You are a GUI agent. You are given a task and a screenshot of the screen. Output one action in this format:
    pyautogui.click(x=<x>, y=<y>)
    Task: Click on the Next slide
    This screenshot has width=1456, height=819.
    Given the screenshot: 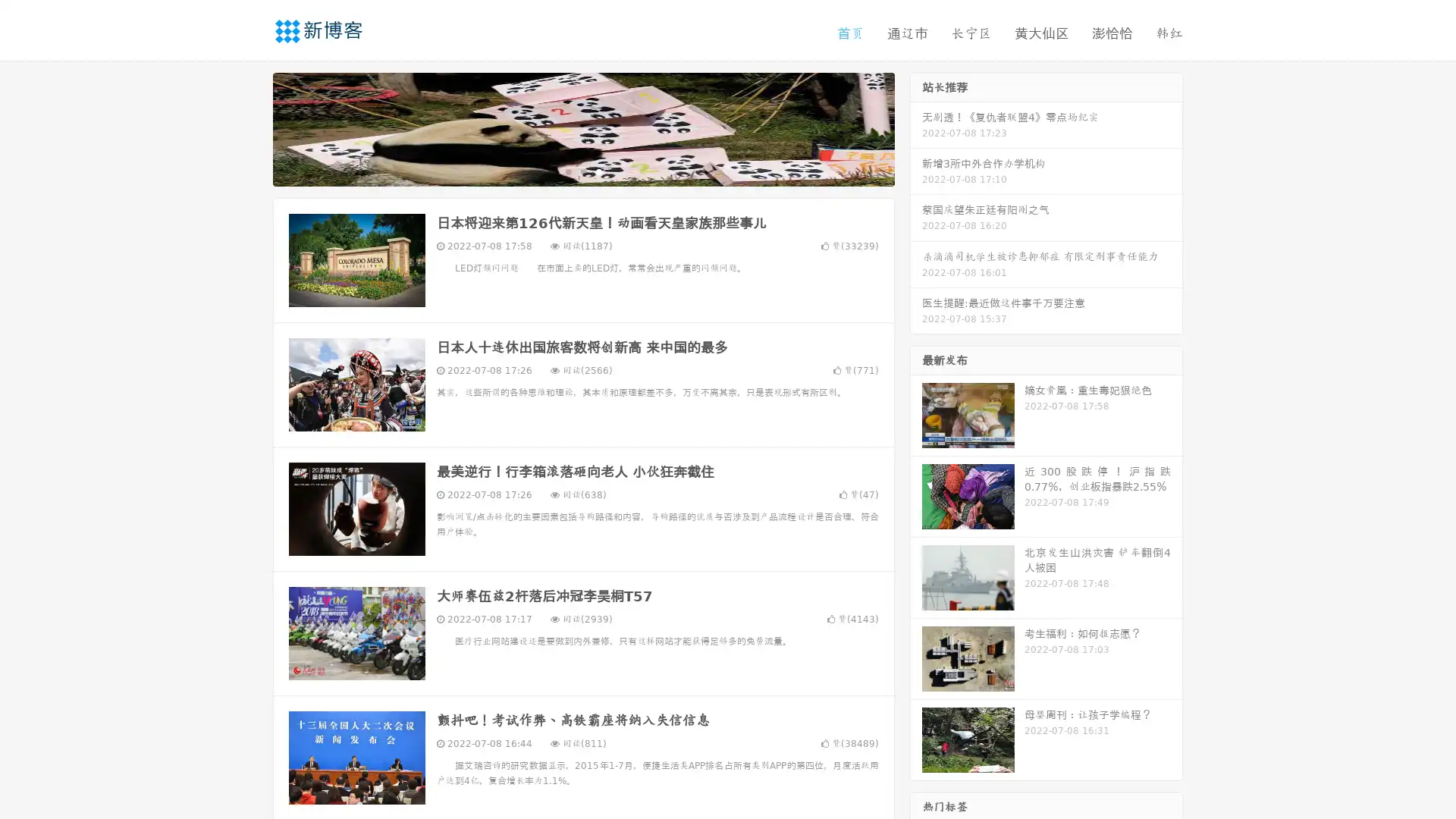 What is the action you would take?
    pyautogui.click(x=916, y=127)
    